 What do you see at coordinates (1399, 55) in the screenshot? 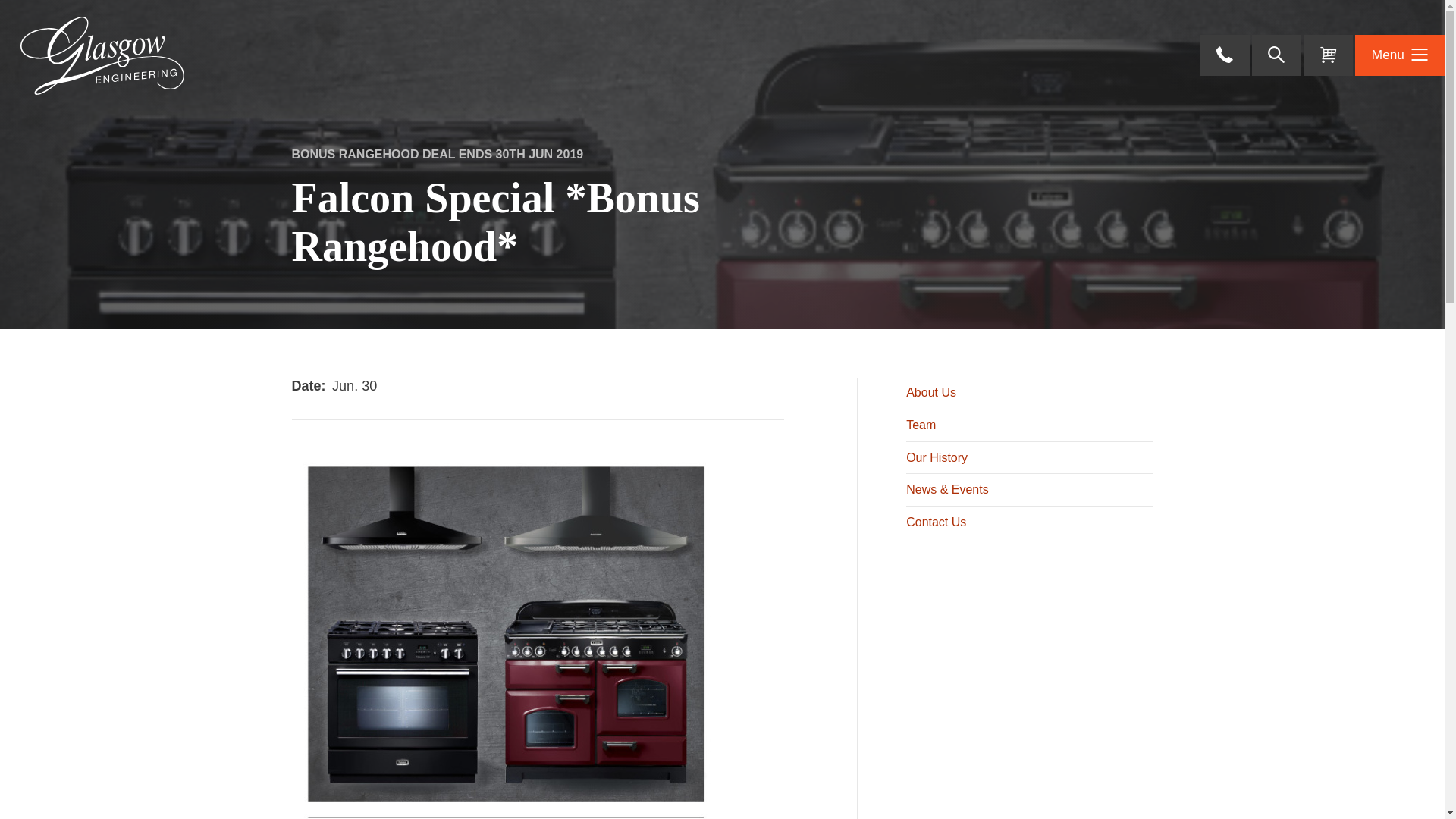
I see `'Menu'` at bounding box center [1399, 55].